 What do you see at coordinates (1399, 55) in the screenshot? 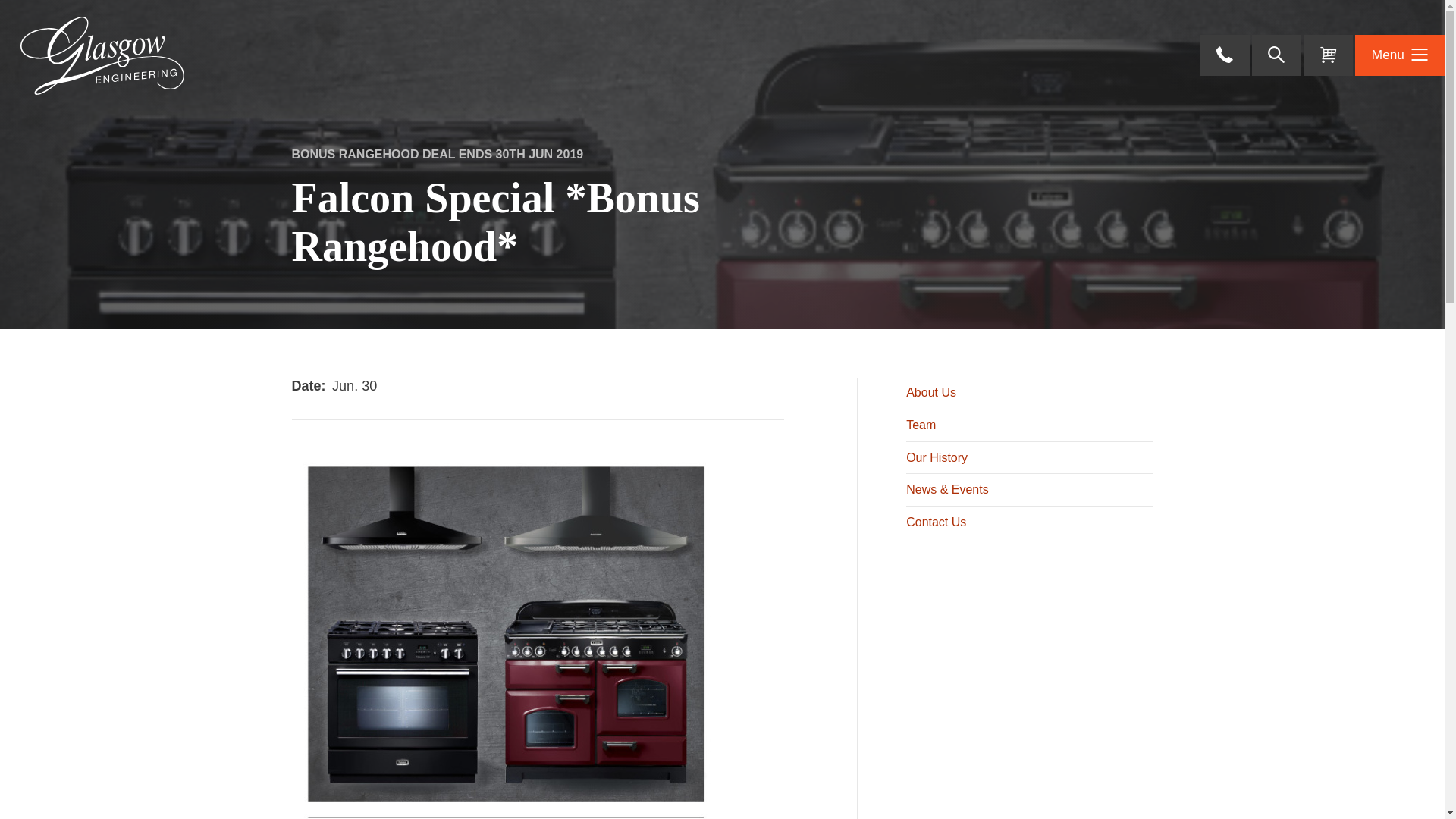
I see `'Menu'` at bounding box center [1399, 55].